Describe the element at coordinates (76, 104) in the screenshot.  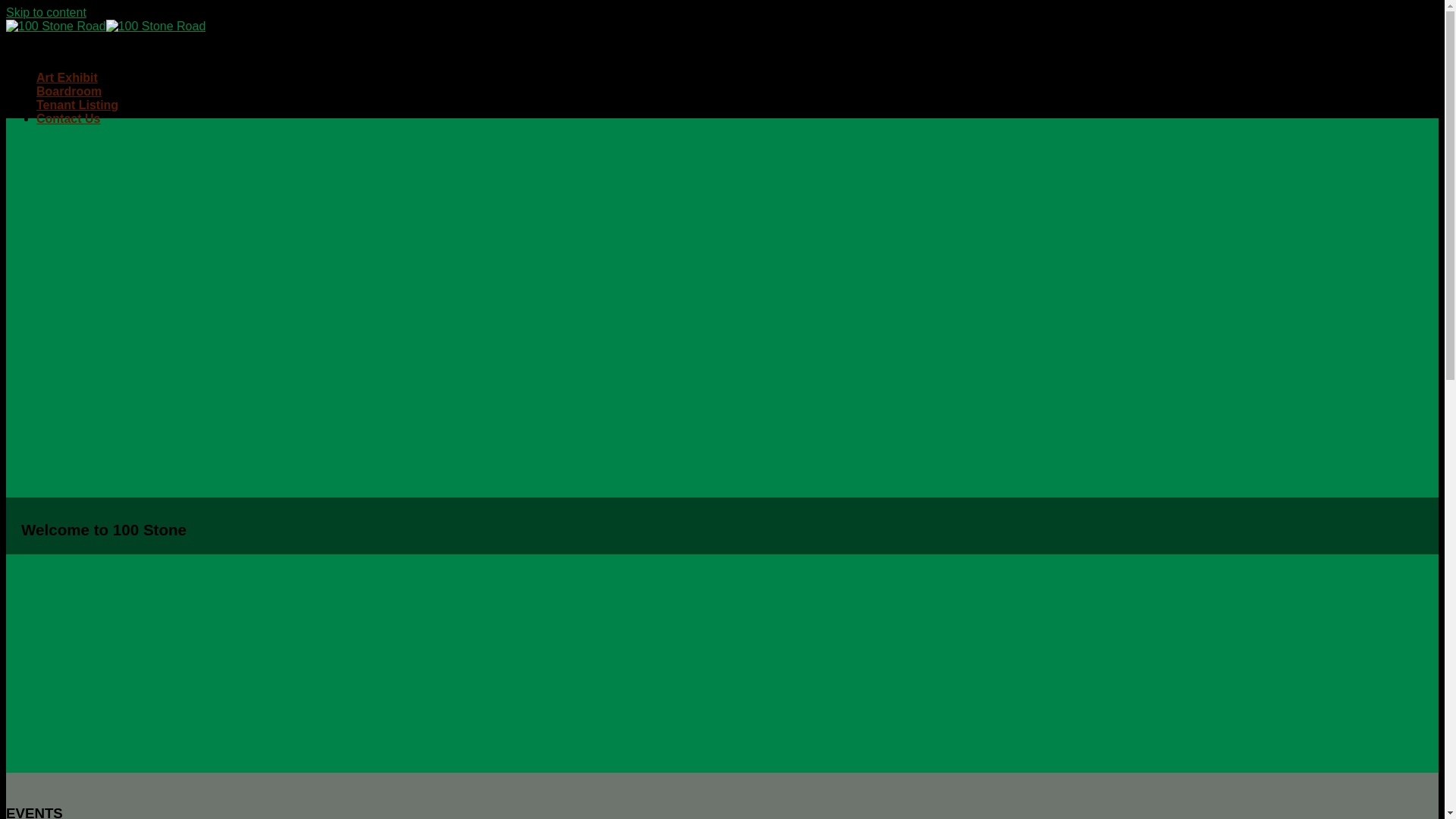
I see `'Tenant Listing'` at that location.